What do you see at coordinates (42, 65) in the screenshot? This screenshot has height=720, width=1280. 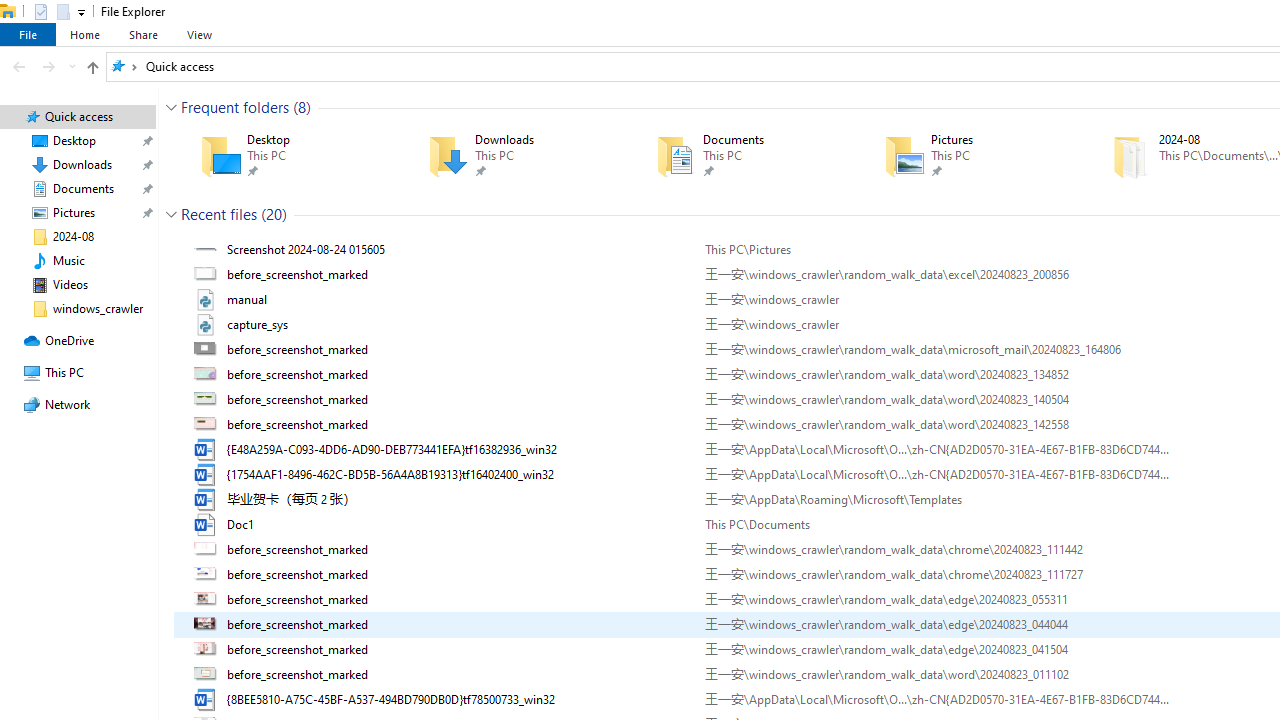 I see `'Navigation buttons'` at bounding box center [42, 65].